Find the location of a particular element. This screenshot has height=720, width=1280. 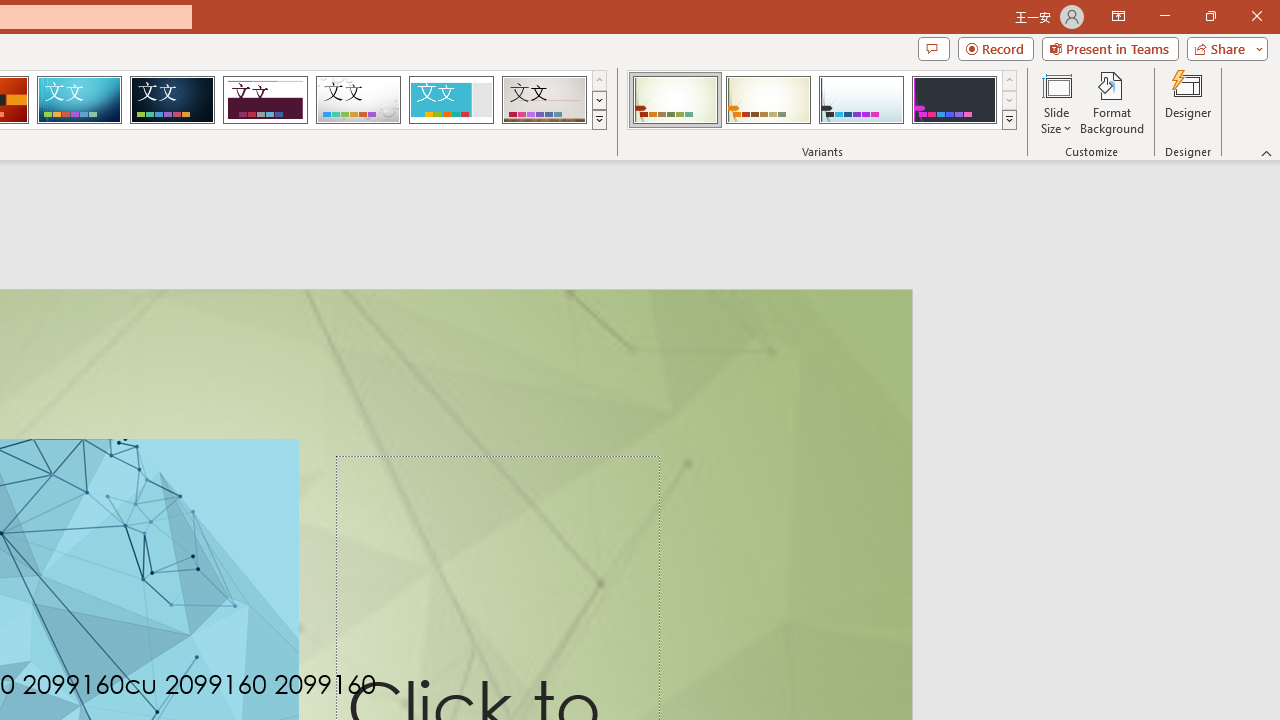

'Droplet' is located at coordinates (358, 100).